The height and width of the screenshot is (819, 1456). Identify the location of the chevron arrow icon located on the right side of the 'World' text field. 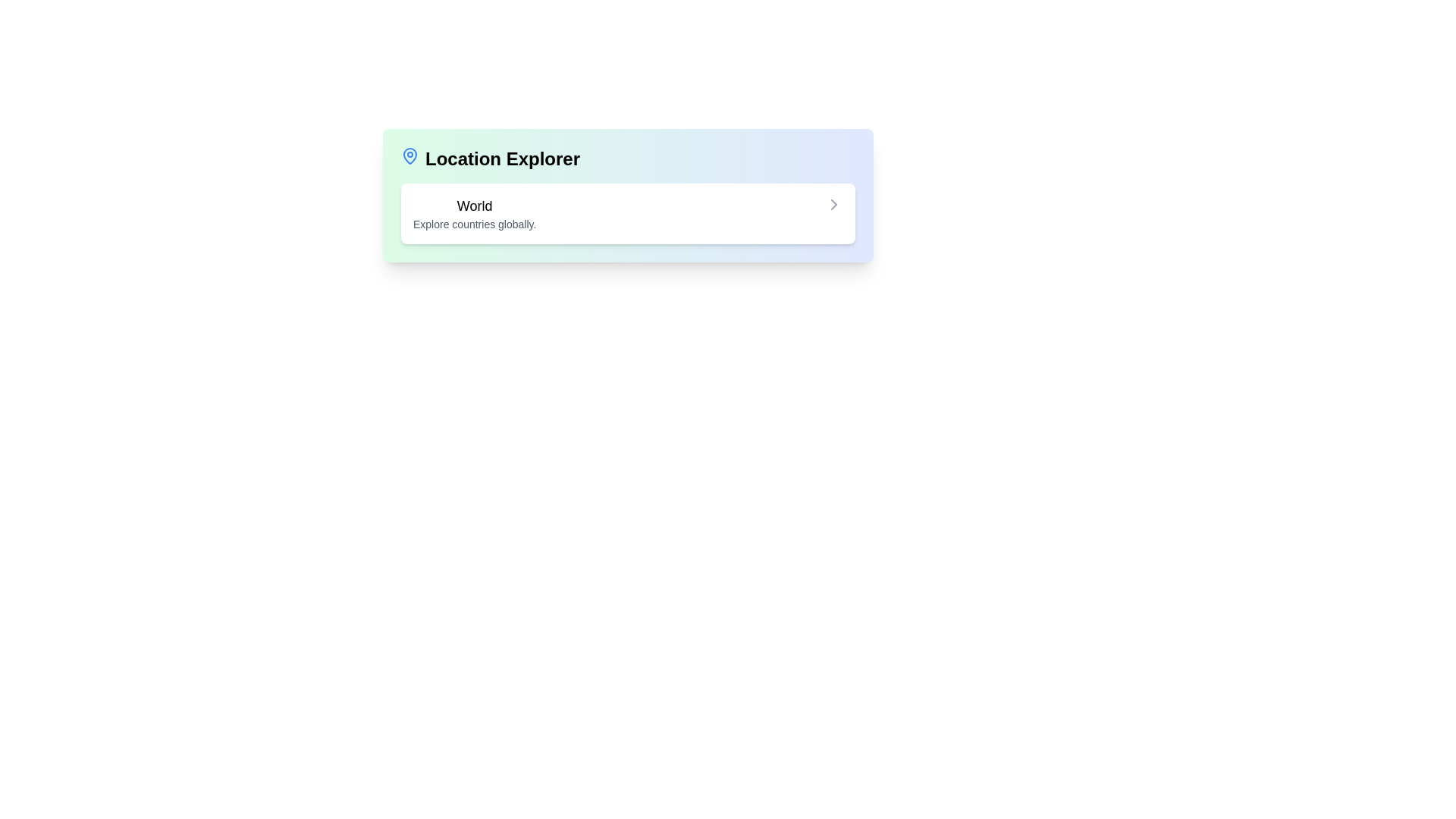
(833, 205).